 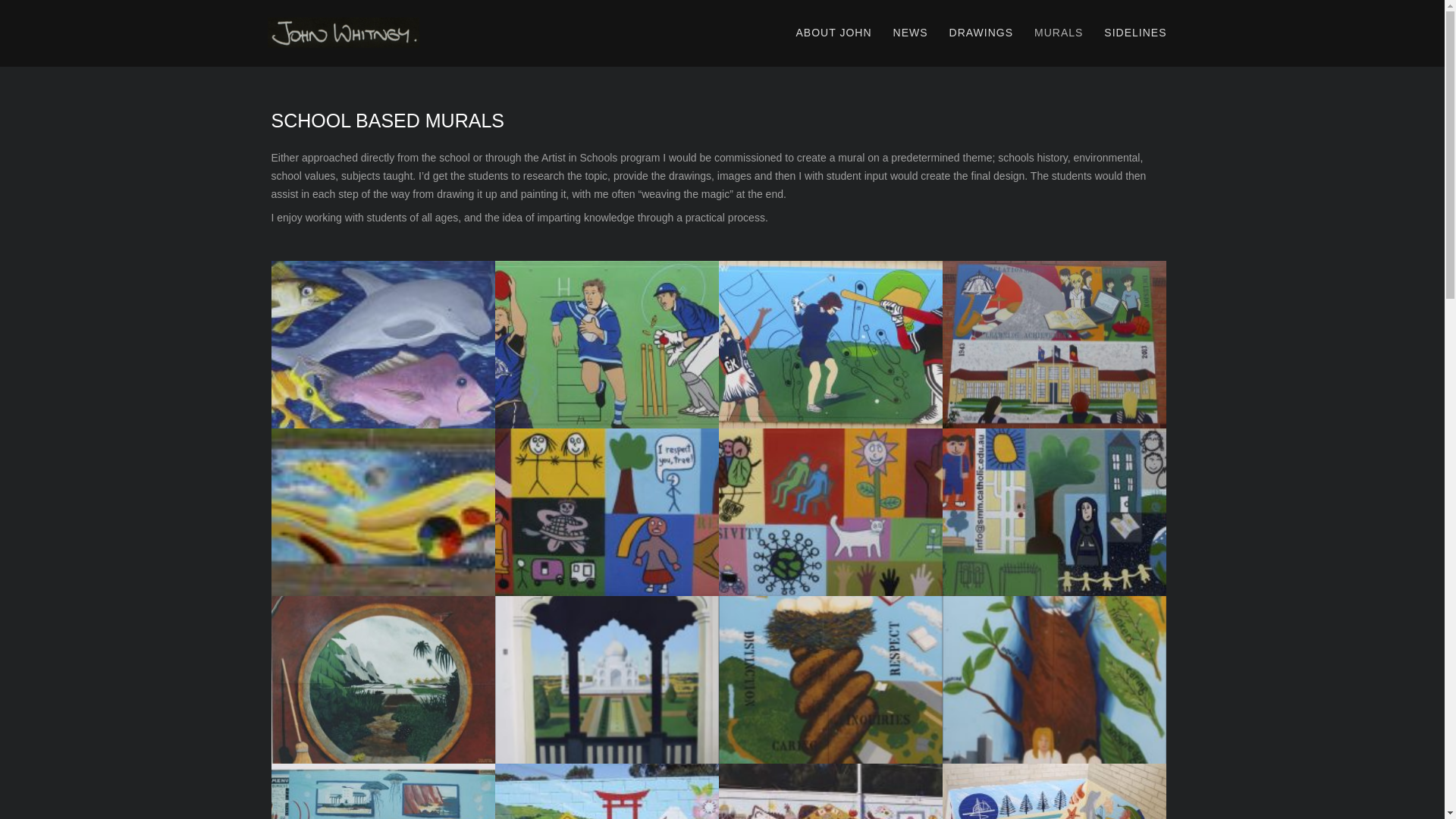 What do you see at coordinates (1135, 33) in the screenshot?
I see `'SIDELINES'` at bounding box center [1135, 33].